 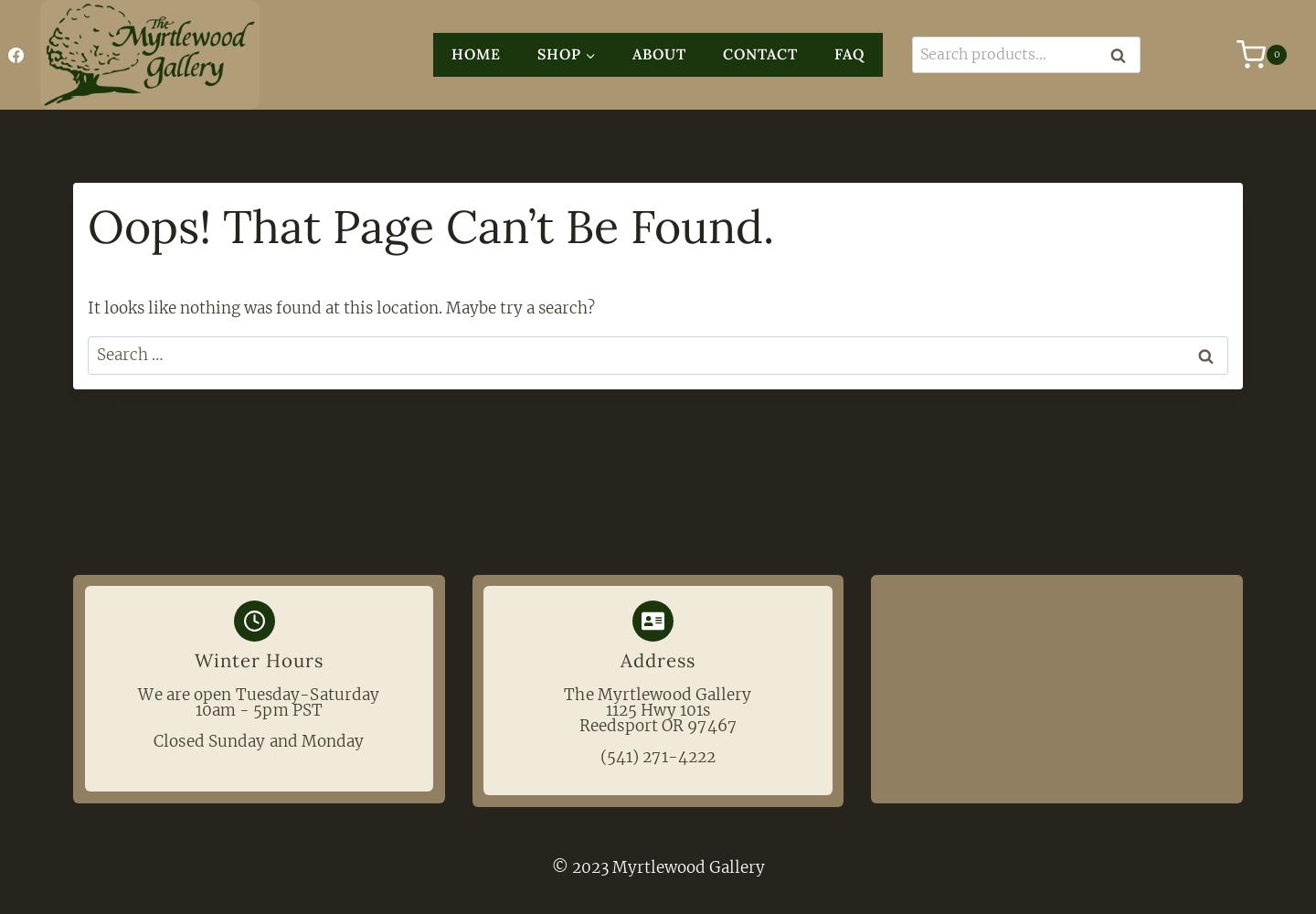 What do you see at coordinates (1276, 53) in the screenshot?
I see `'0'` at bounding box center [1276, 53].